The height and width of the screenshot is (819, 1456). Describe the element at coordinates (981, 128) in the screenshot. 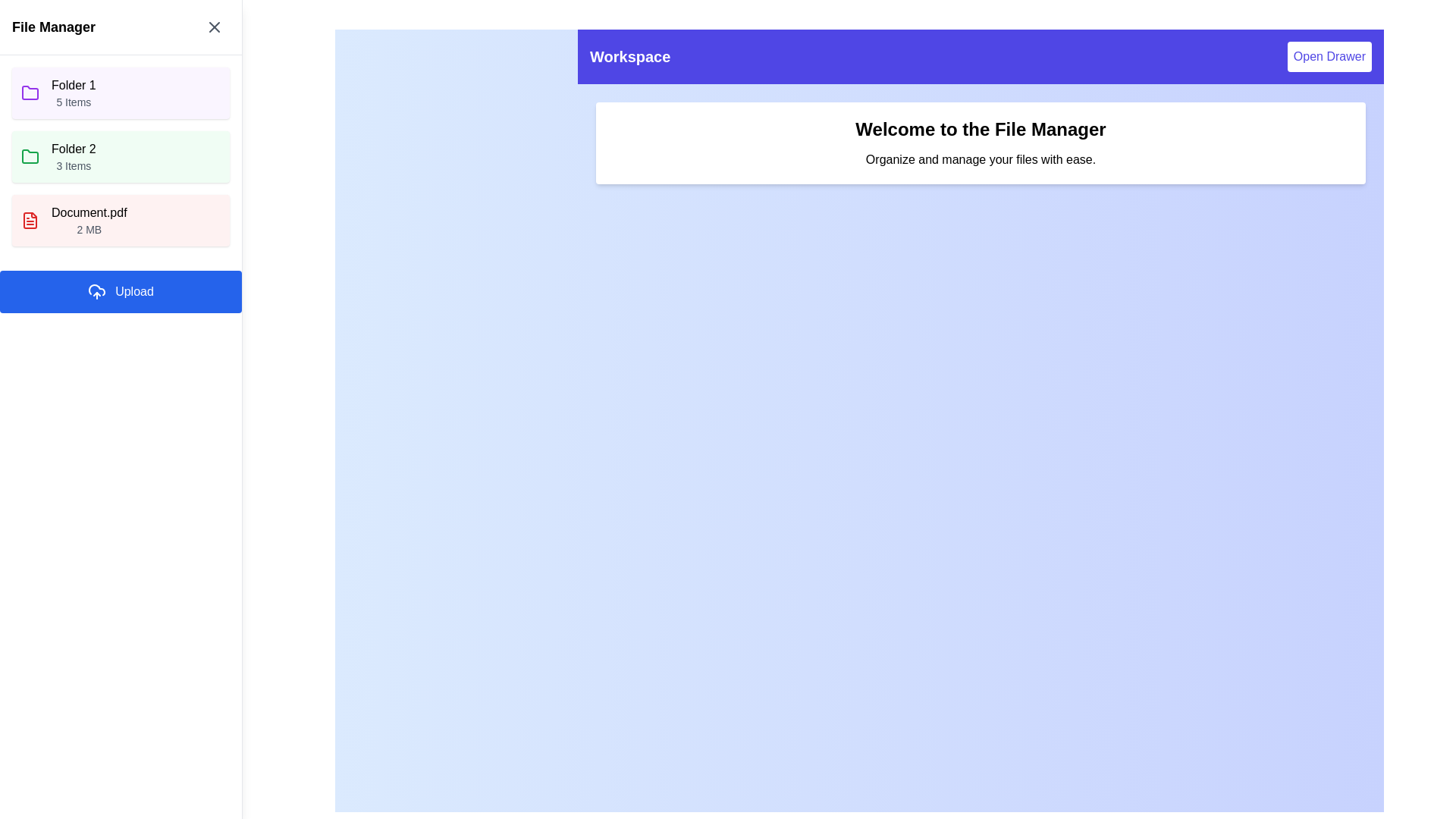

I see `the prominent title text 'Welcome to the File Manager', which is a bold and large font element located in the upper-right section of the main interface` at that location.